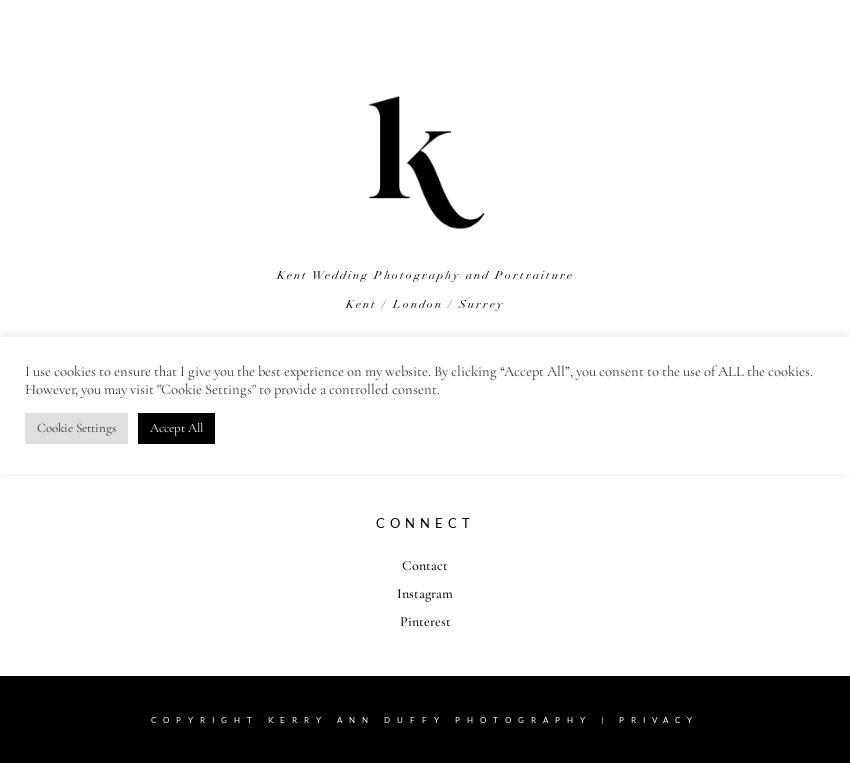 The height and width of the screenshot is (763, 850). I want to click on 'Copyright Kerry Ann Duffy Photography |', so click(384, 718).